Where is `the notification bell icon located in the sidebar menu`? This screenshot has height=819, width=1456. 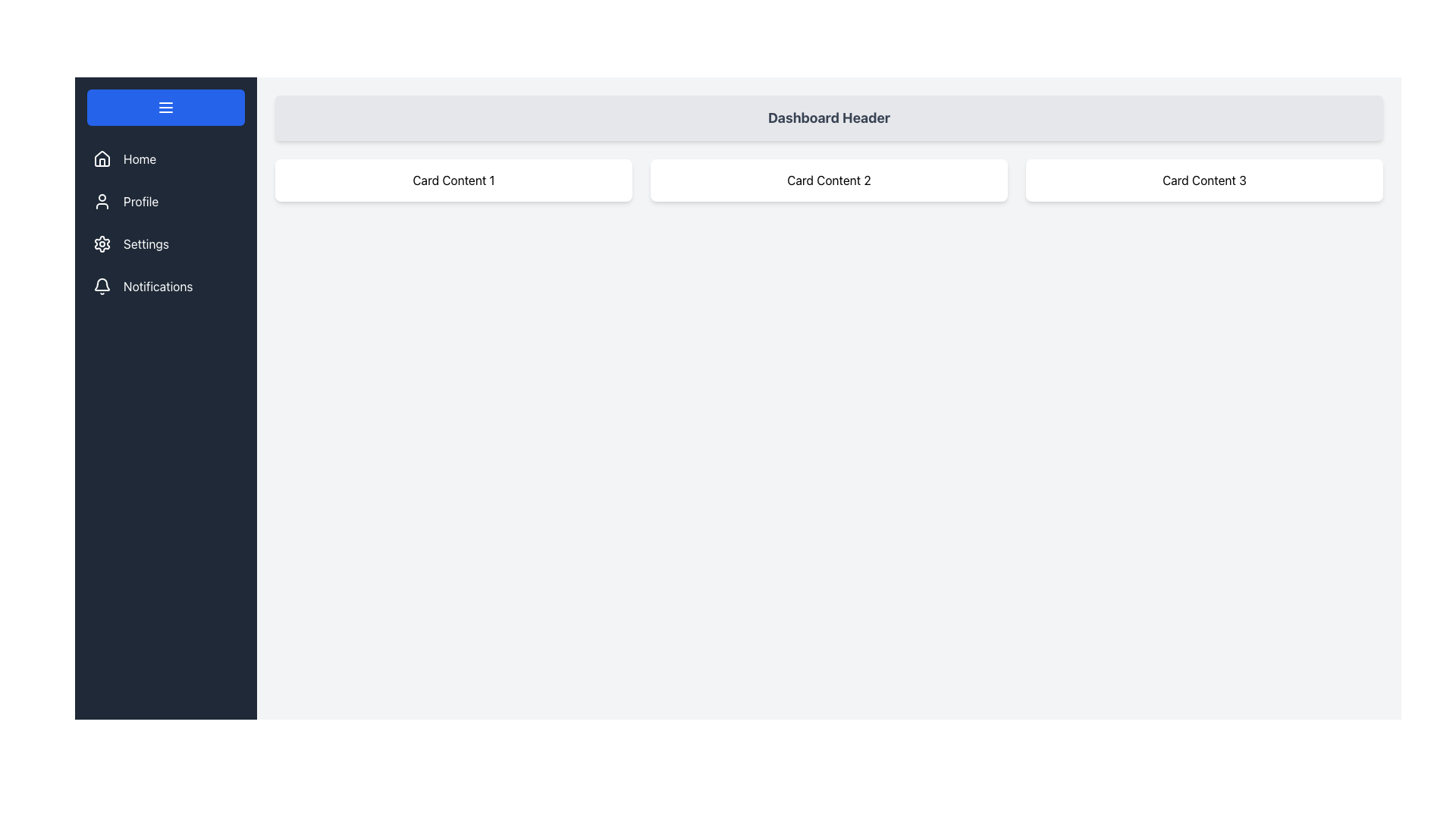
the notification bell icon located in the sidebar menu is located at coordinates (101, 287).